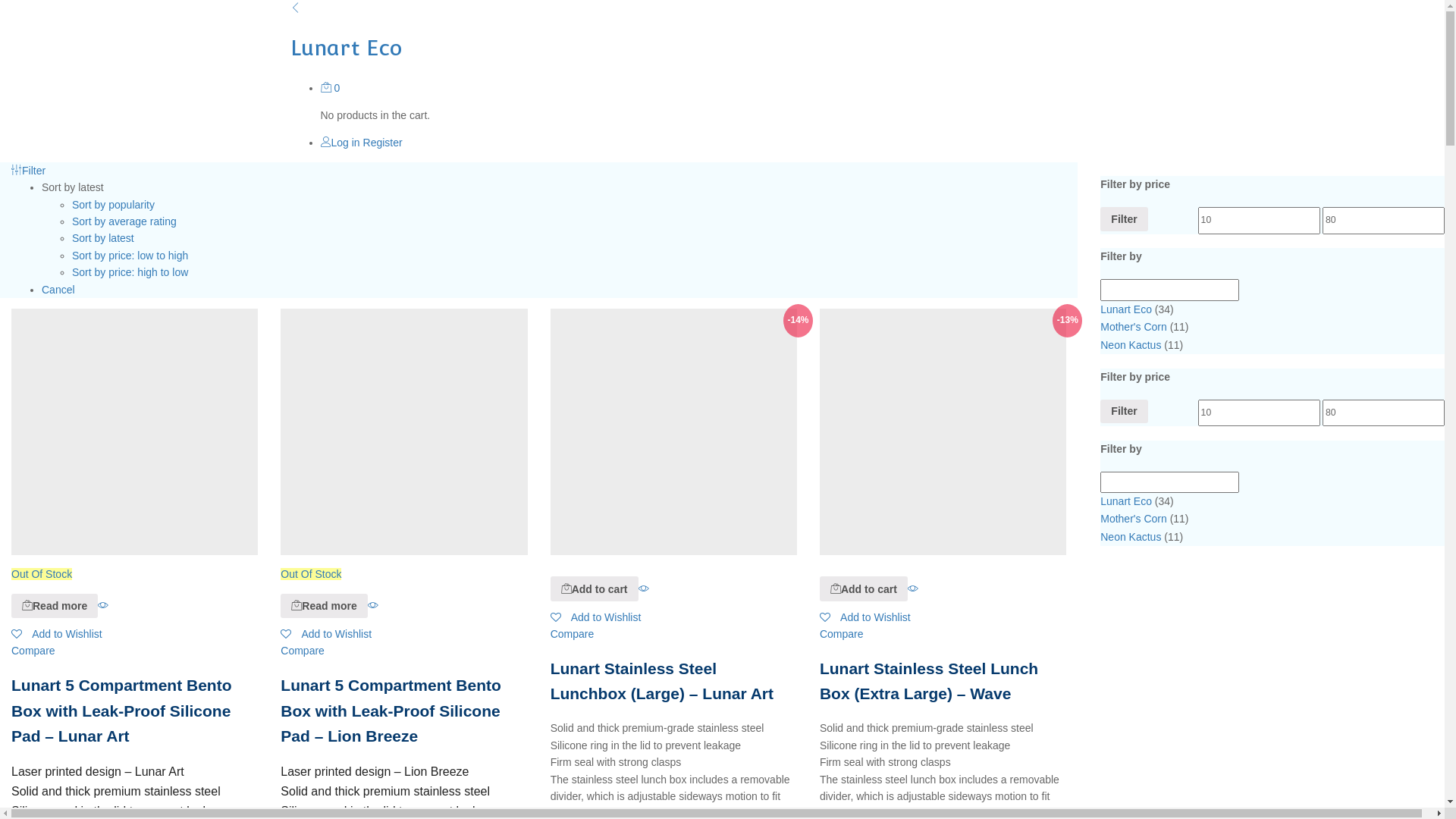 The image size is (1456, 819). What do you see at coordinates (28, 170) in the screenshot?
I see `'Filter'` at bounding box center [28, 170].